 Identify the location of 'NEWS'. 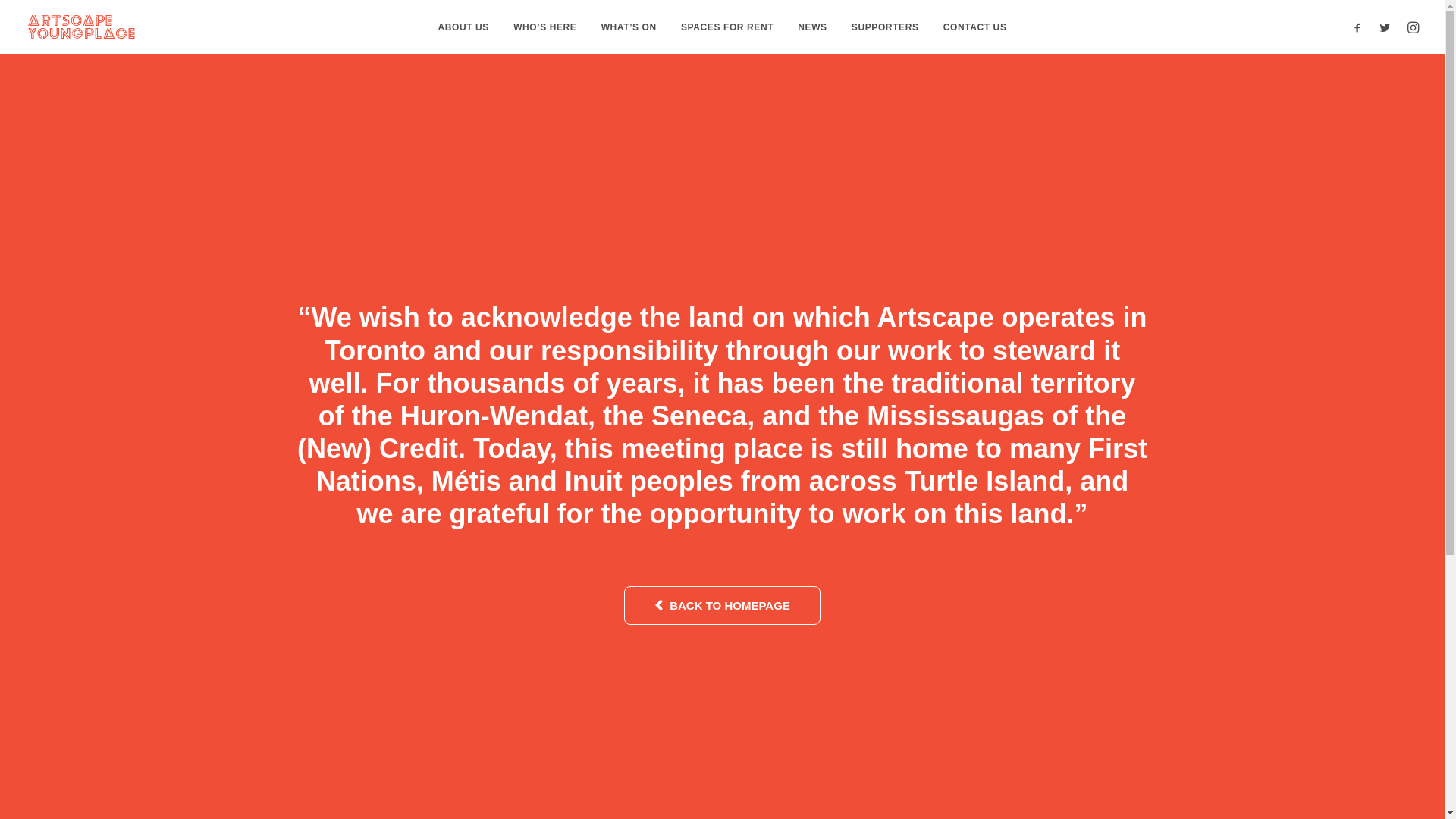
(811, 27).